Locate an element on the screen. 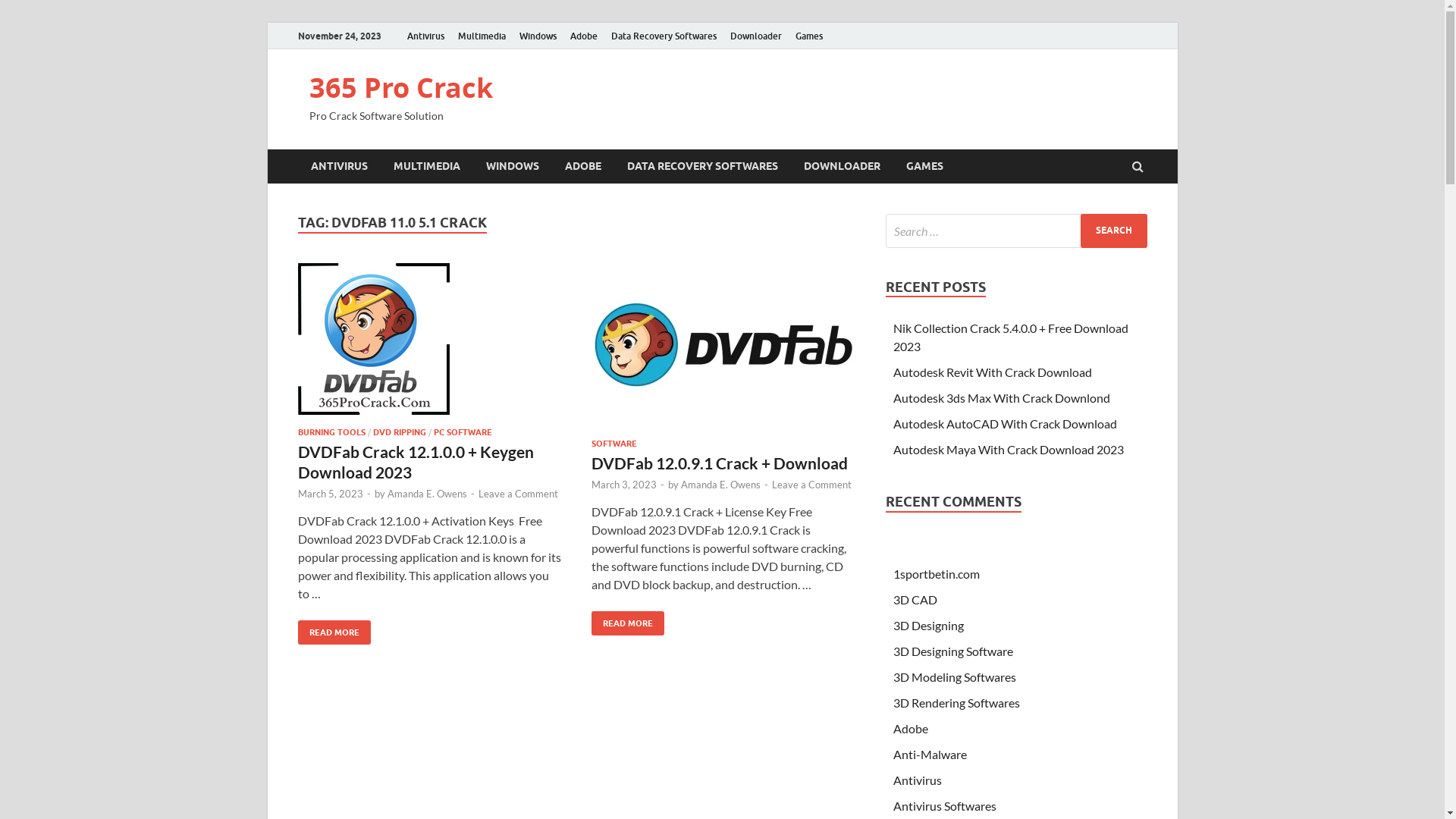 This screenshot has width=1456, height=819. '365 Pro Crack' is located at coordinates (400, 87).